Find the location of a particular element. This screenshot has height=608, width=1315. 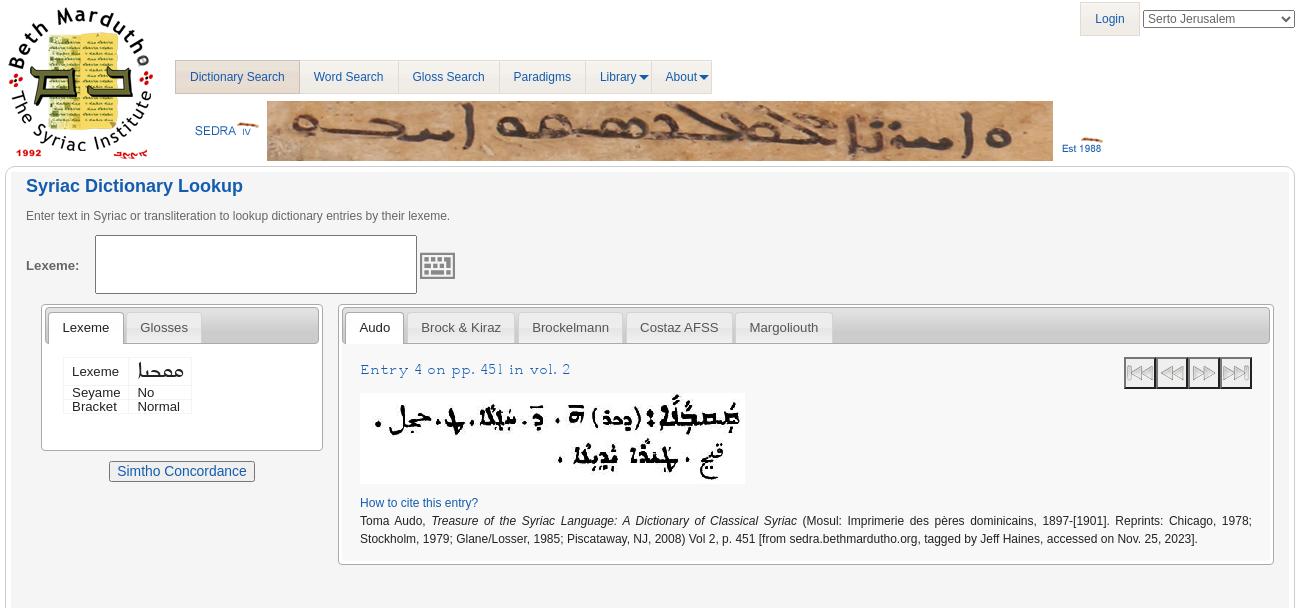

'Toma Audo,' is located at coordinates (395, 519).